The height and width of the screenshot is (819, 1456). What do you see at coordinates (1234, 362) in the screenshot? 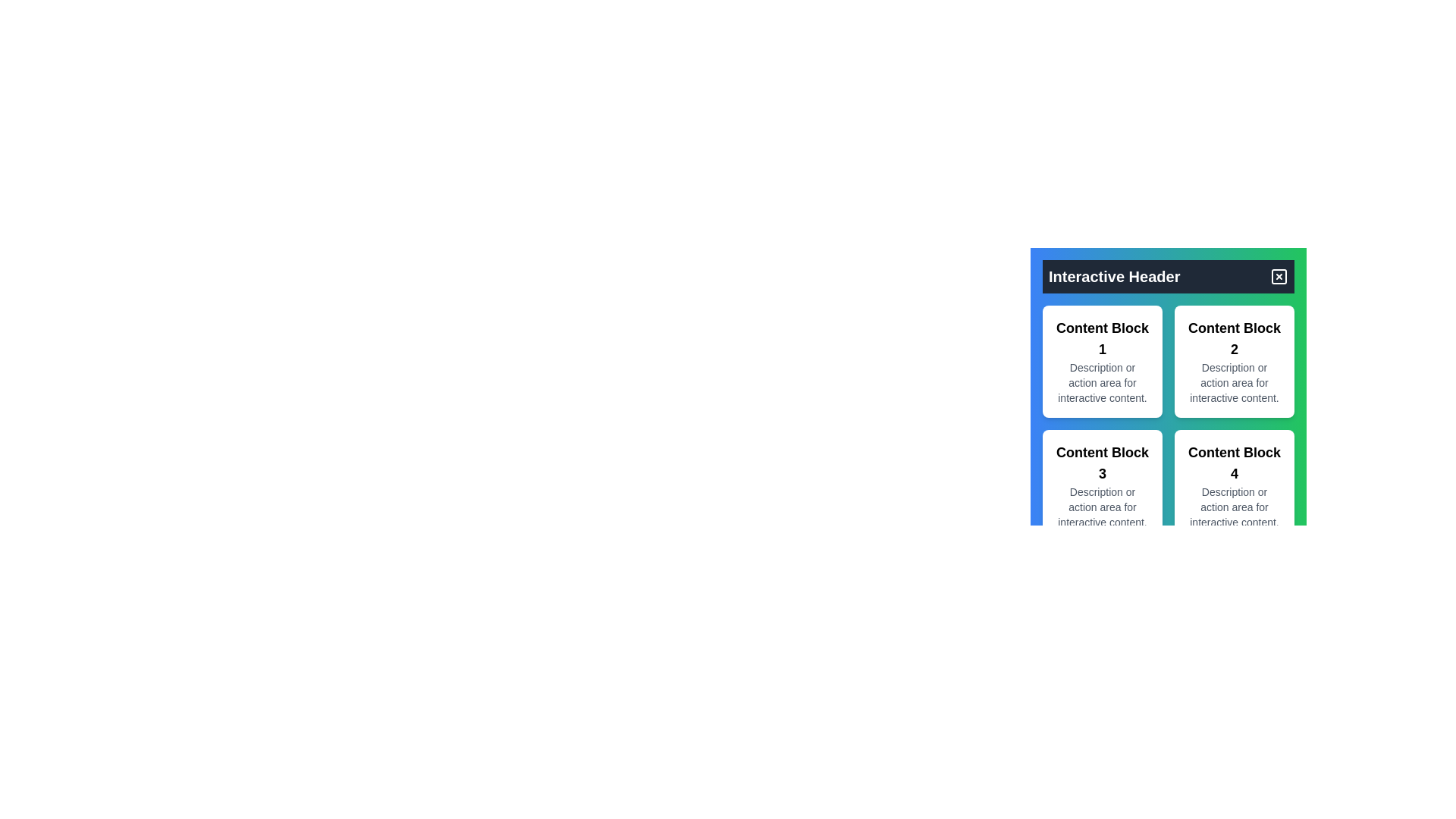
I see `text content of the second card in the grid layout, located at the top-right section adjacent to 'Content Block 1' and above 'Content Block 4'` at bounding box center [1234, 362].